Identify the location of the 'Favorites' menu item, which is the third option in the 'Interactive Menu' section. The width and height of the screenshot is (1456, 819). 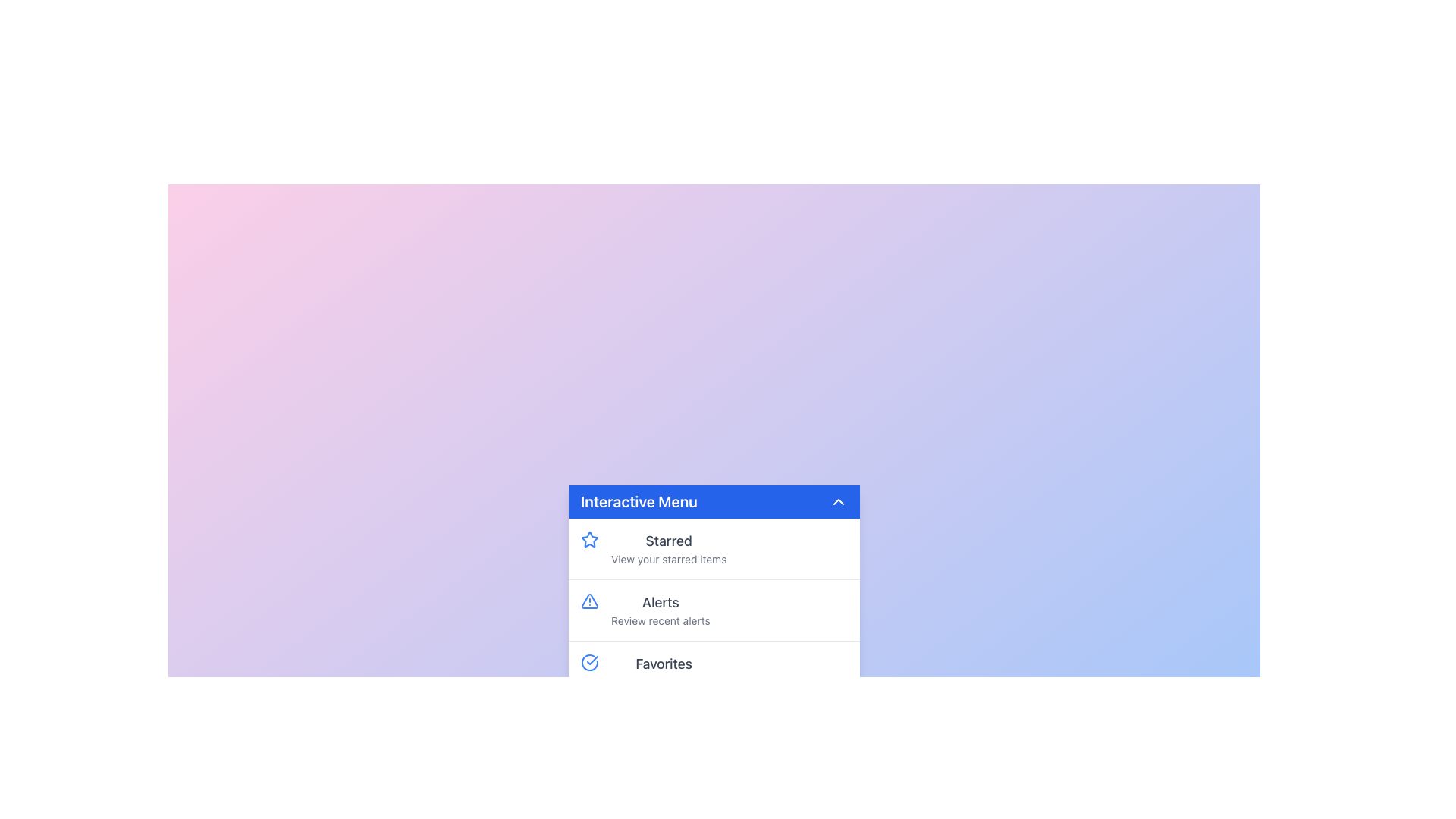
(664, 671).